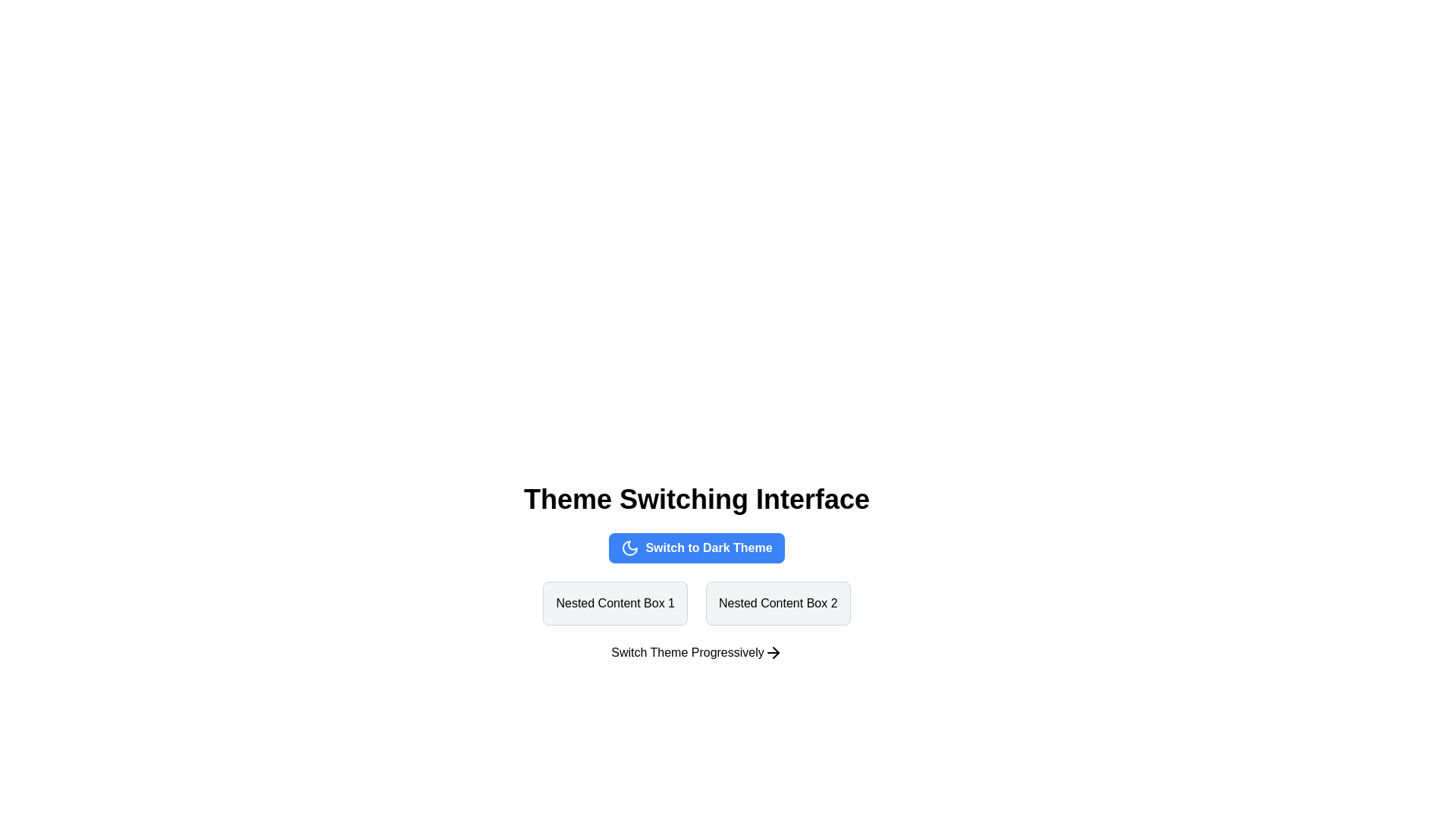  Describe the element at coordinates (695, 651) in the screenshot. I see `the 'Switch Theme Progressively' text and rightward arrow icon group` at that location.